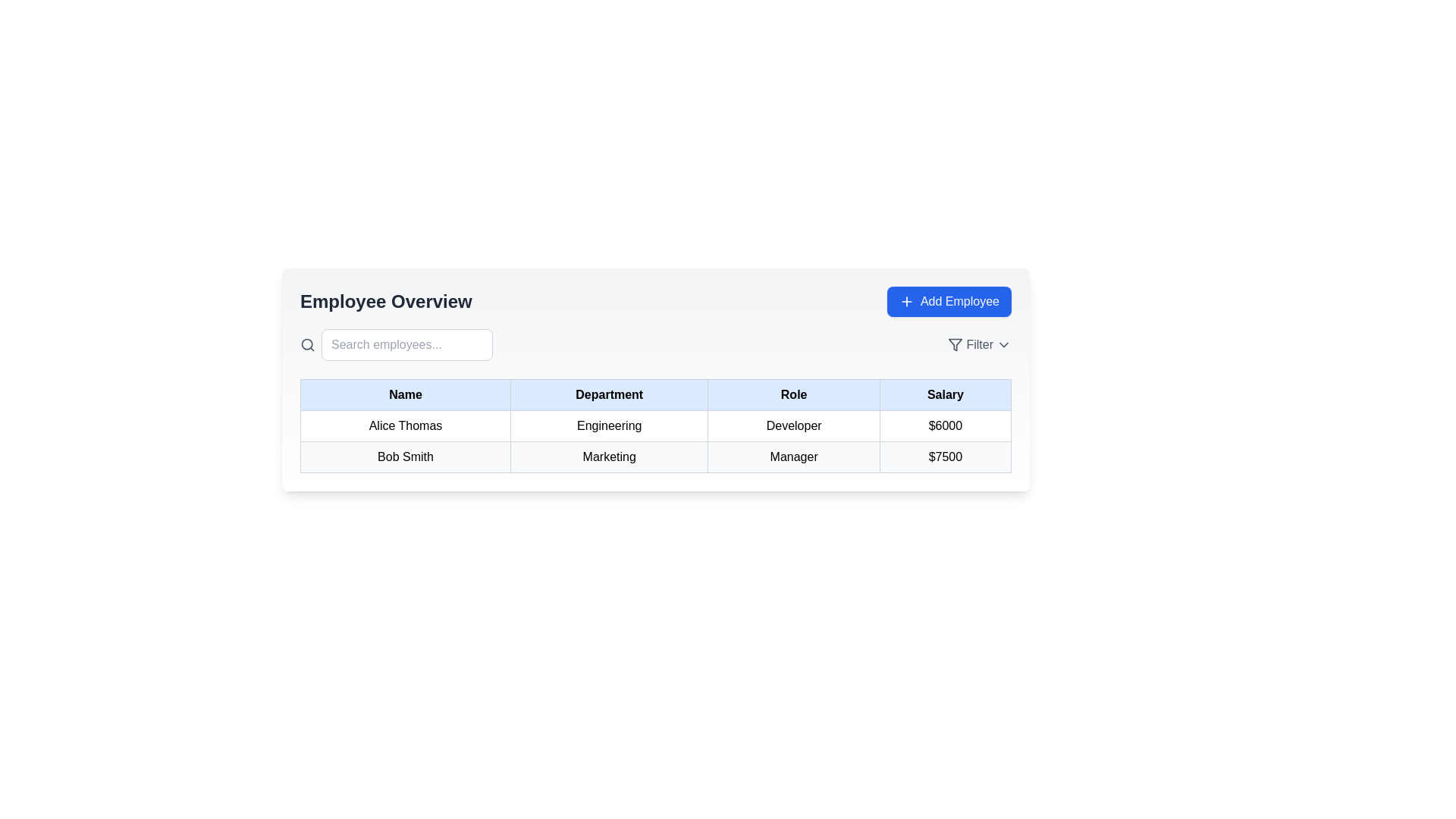  I want to click on the 'Add Employee' button, which is a rectangular button with a blue background and white text, located in the header section above the employee data table, so click(949, 301).